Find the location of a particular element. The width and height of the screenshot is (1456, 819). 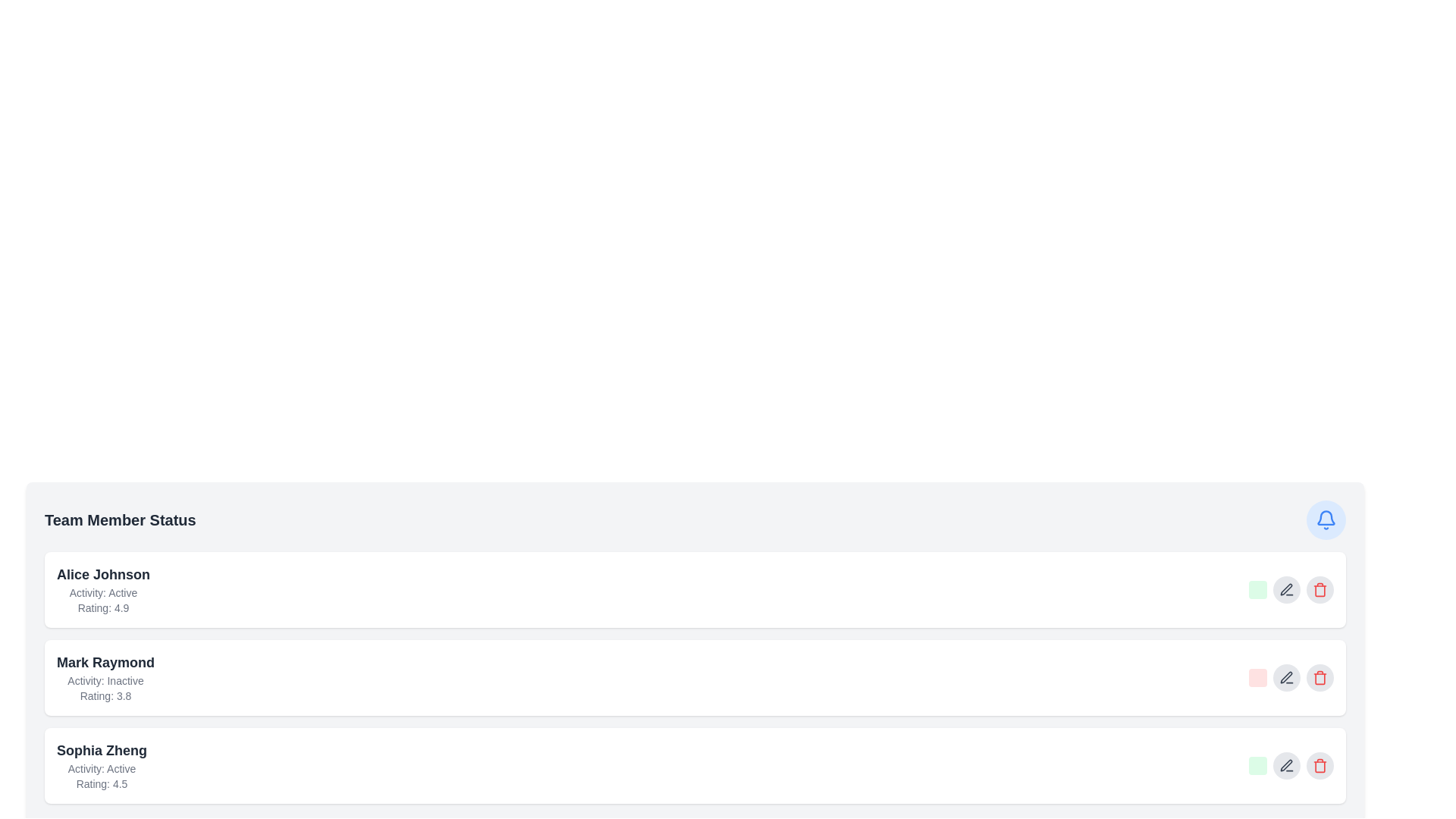

the circular graphic icon located within the green badge labeled 'Active' at the bottom row of the team members list is located at coordinates (1266, 769).